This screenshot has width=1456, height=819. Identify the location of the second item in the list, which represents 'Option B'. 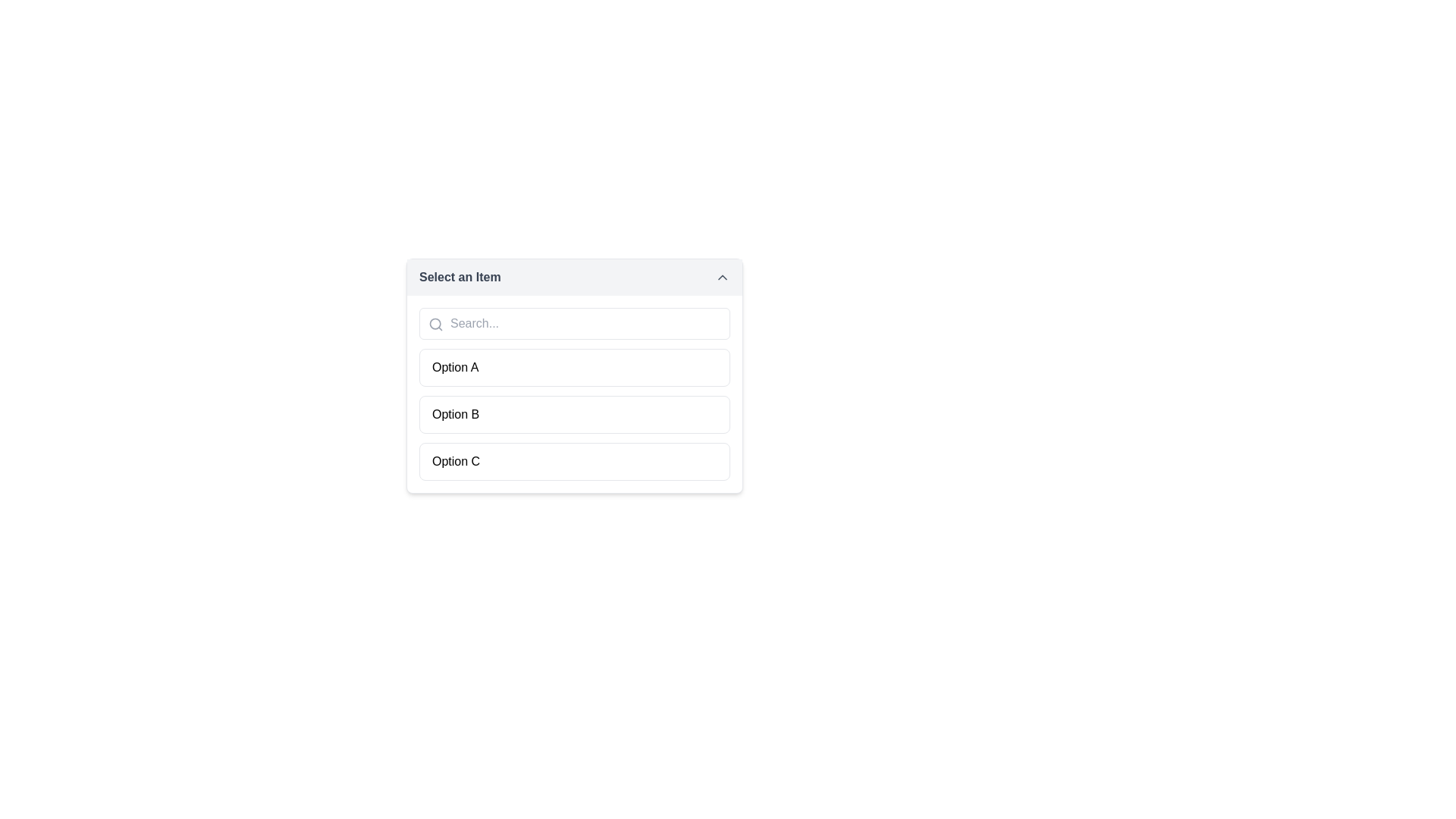
(574, 415).